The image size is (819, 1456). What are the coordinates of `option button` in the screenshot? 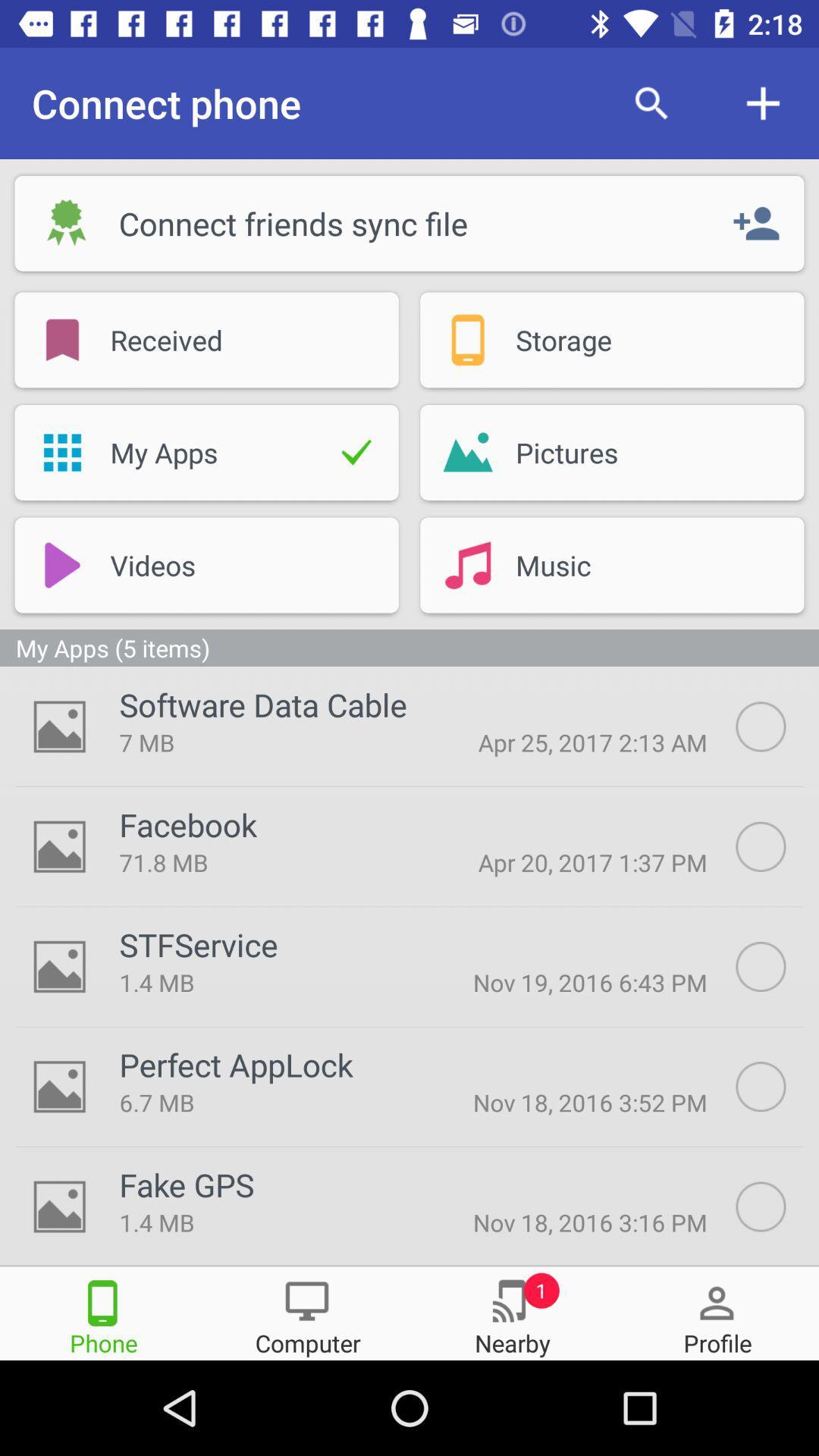 It's located at (777, 1086).